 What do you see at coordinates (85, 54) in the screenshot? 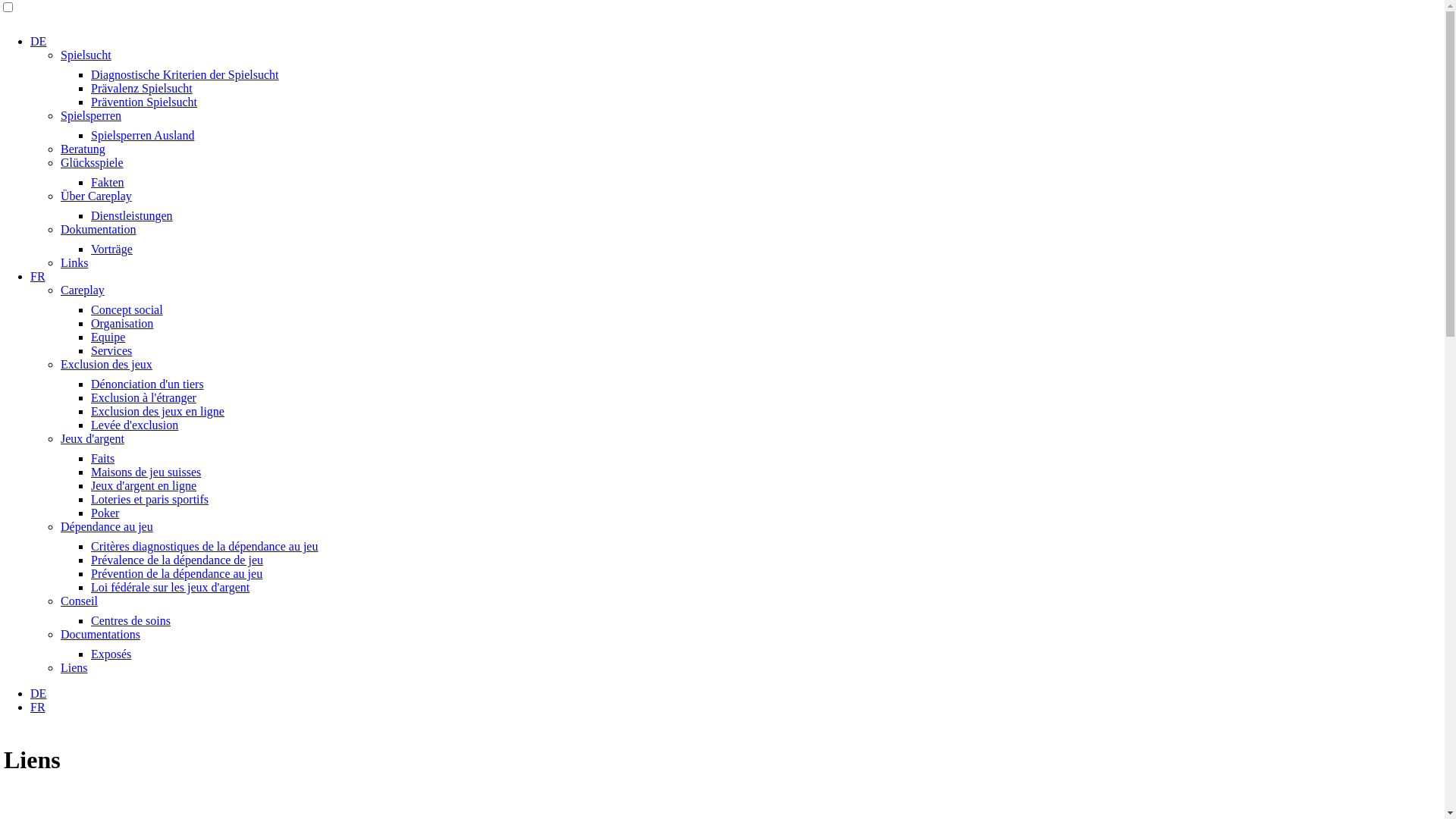
I see `'Spielsucht'` at bounding box center [85, 54].